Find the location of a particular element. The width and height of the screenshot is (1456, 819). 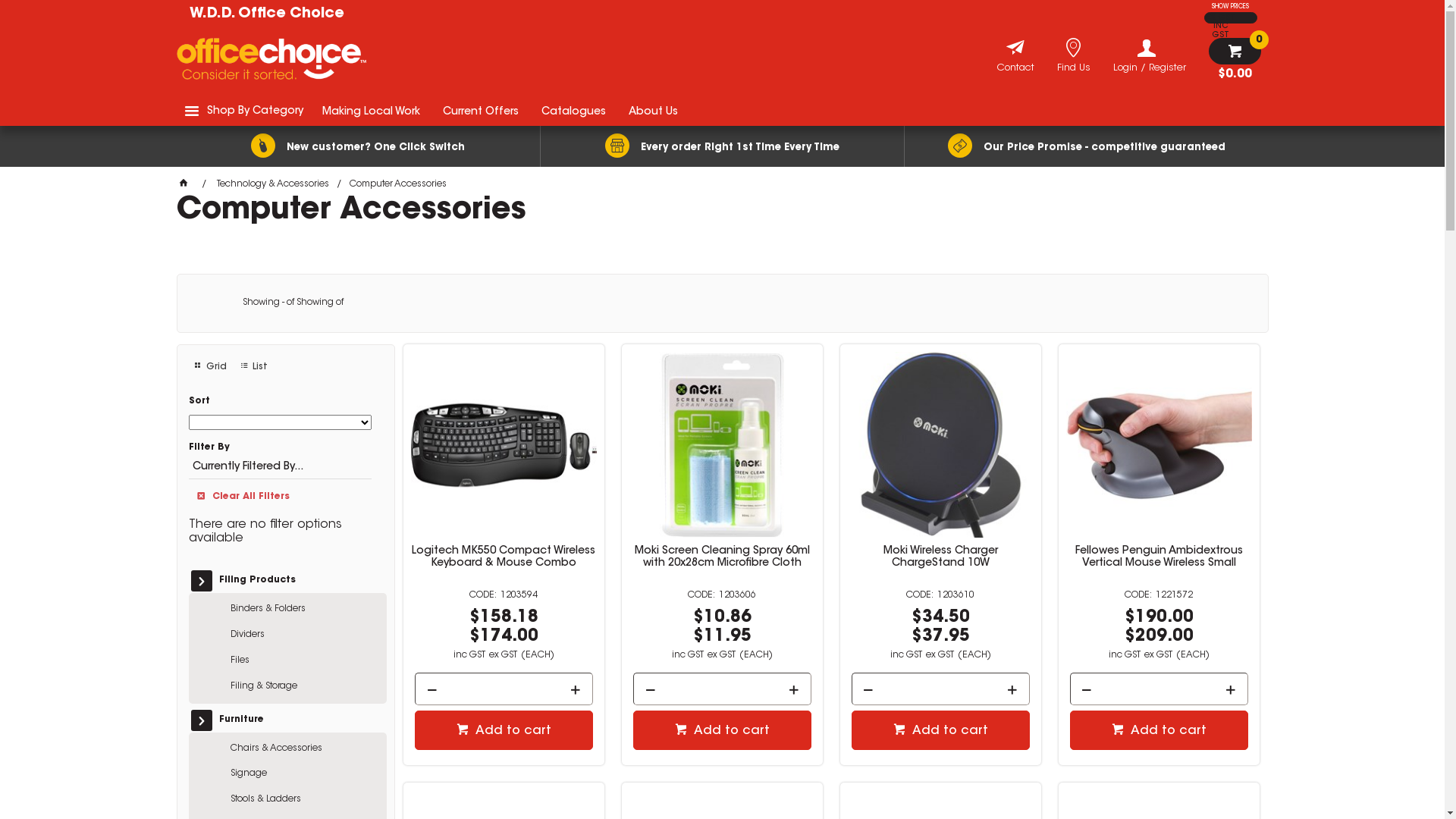

'Chairs & Accessories' is located at coordinates (303, 748).